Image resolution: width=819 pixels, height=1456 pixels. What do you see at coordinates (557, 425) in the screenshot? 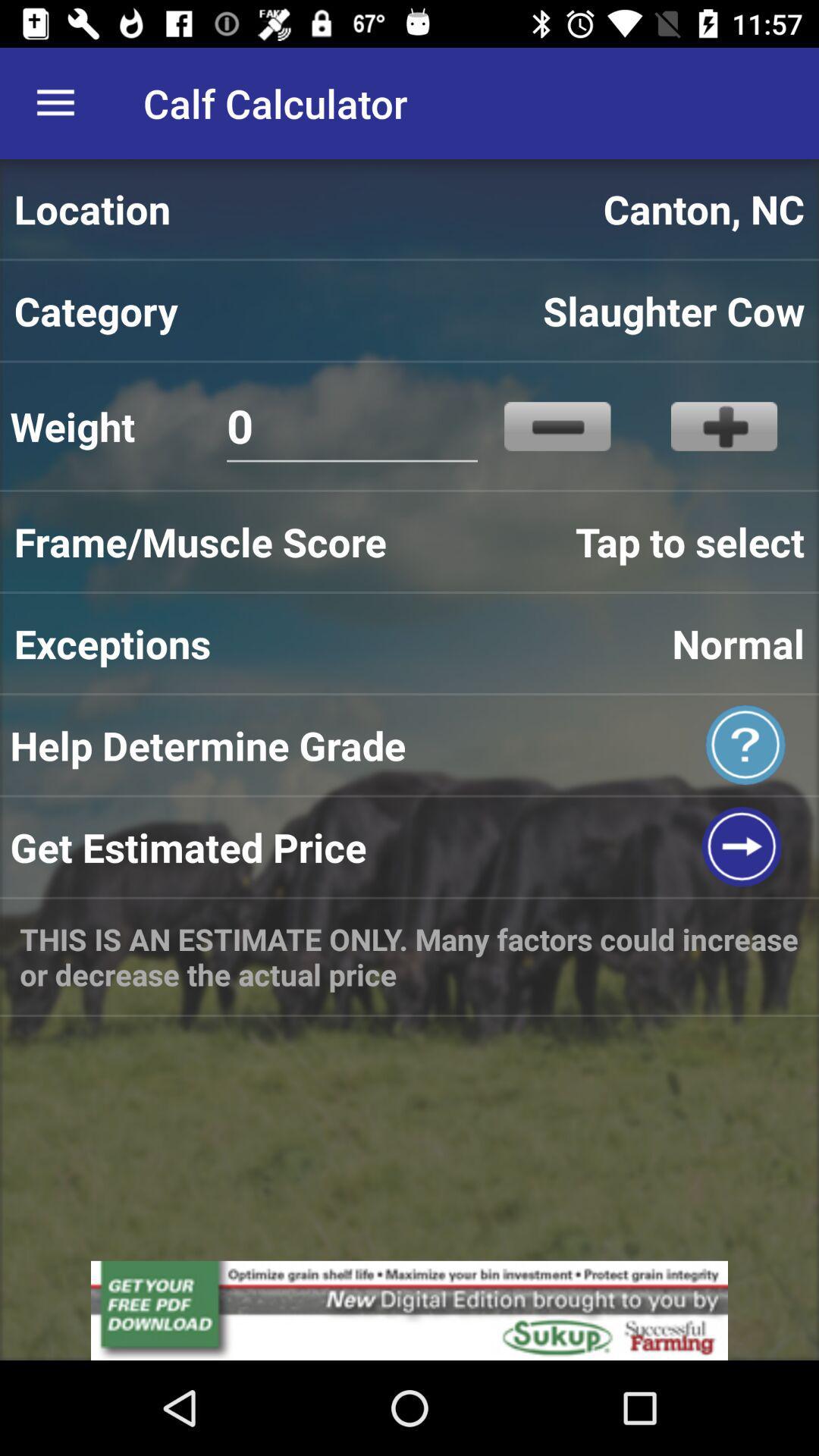
I see `icon` at bounding box center [557, 425].